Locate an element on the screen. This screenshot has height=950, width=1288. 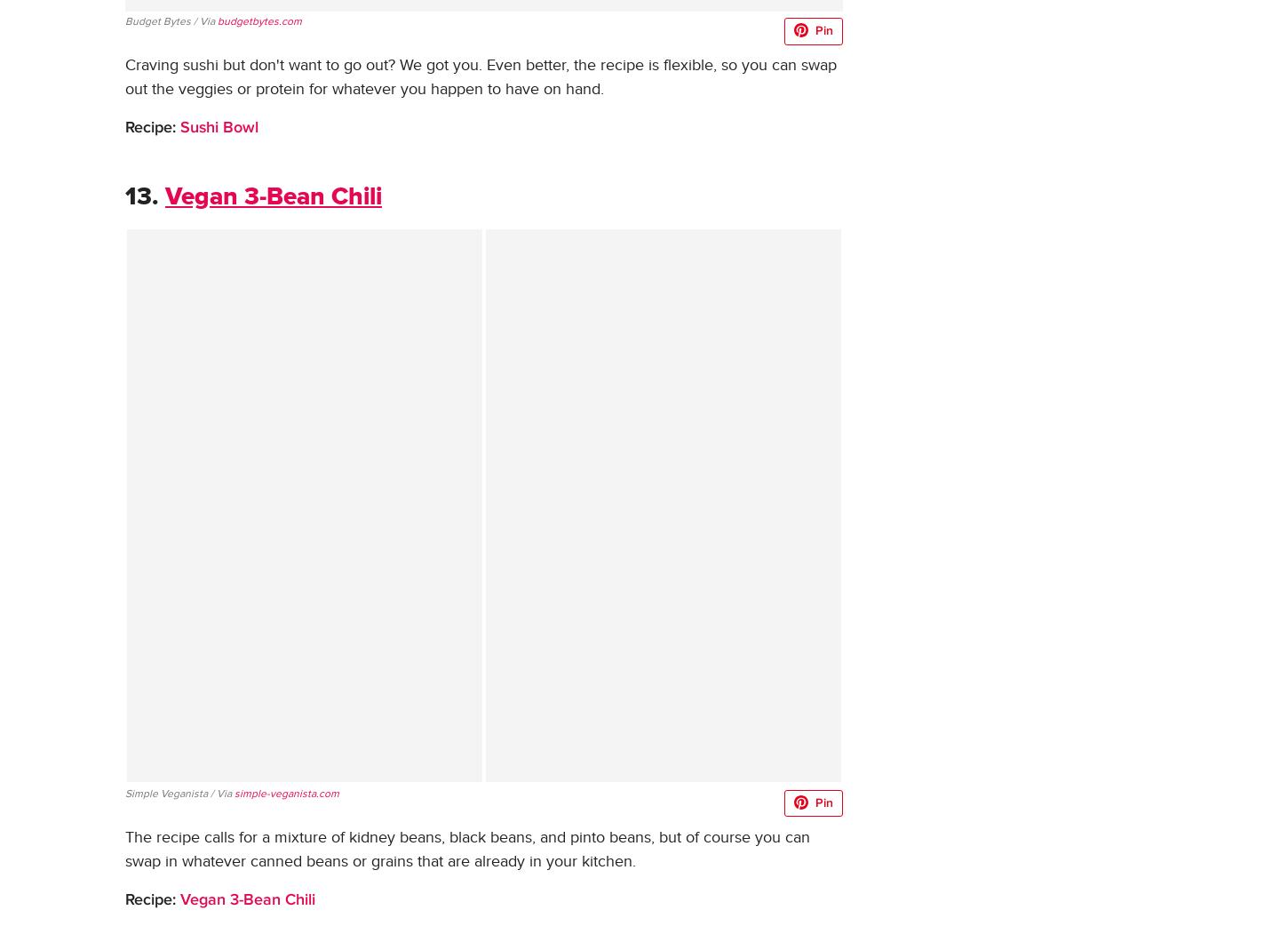
'Sushi Bowl' is located at coordinates (219, 127).